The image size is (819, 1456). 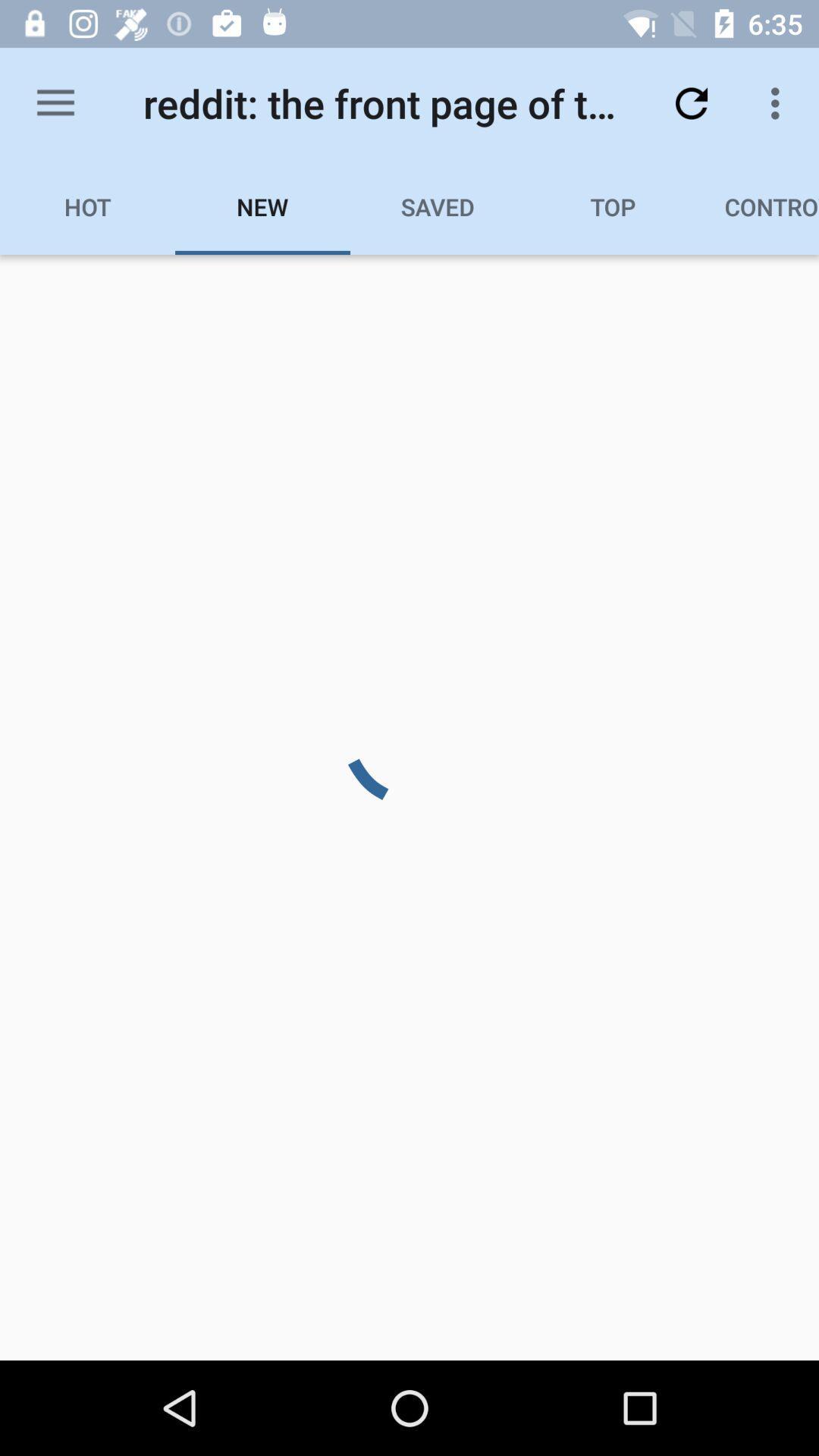 What do you see at coordinates (55, 102) in the screenshot?
I see `the item next to reddit the front` at bounding box center [55, 102].